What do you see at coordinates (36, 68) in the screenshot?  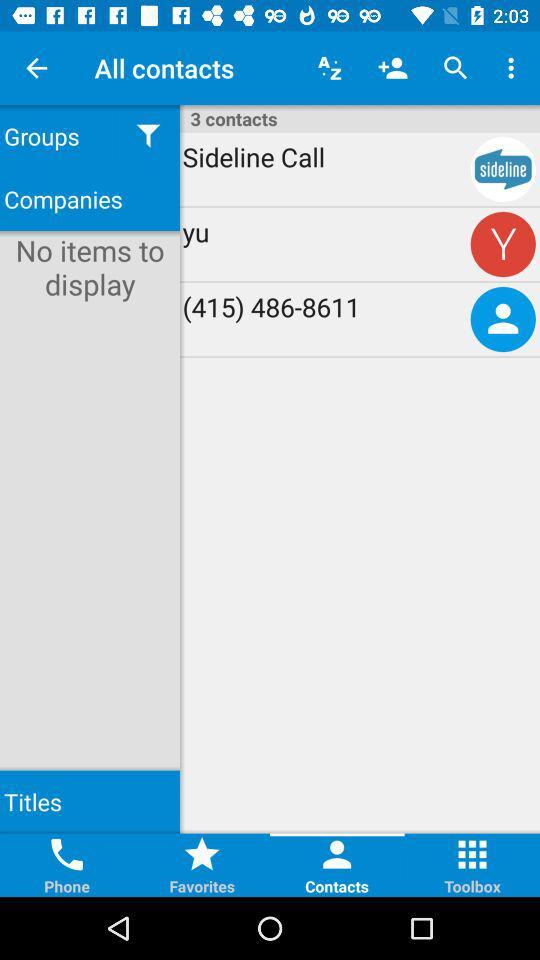 I see `the icon above groups item` at bounding box center [36, 68].